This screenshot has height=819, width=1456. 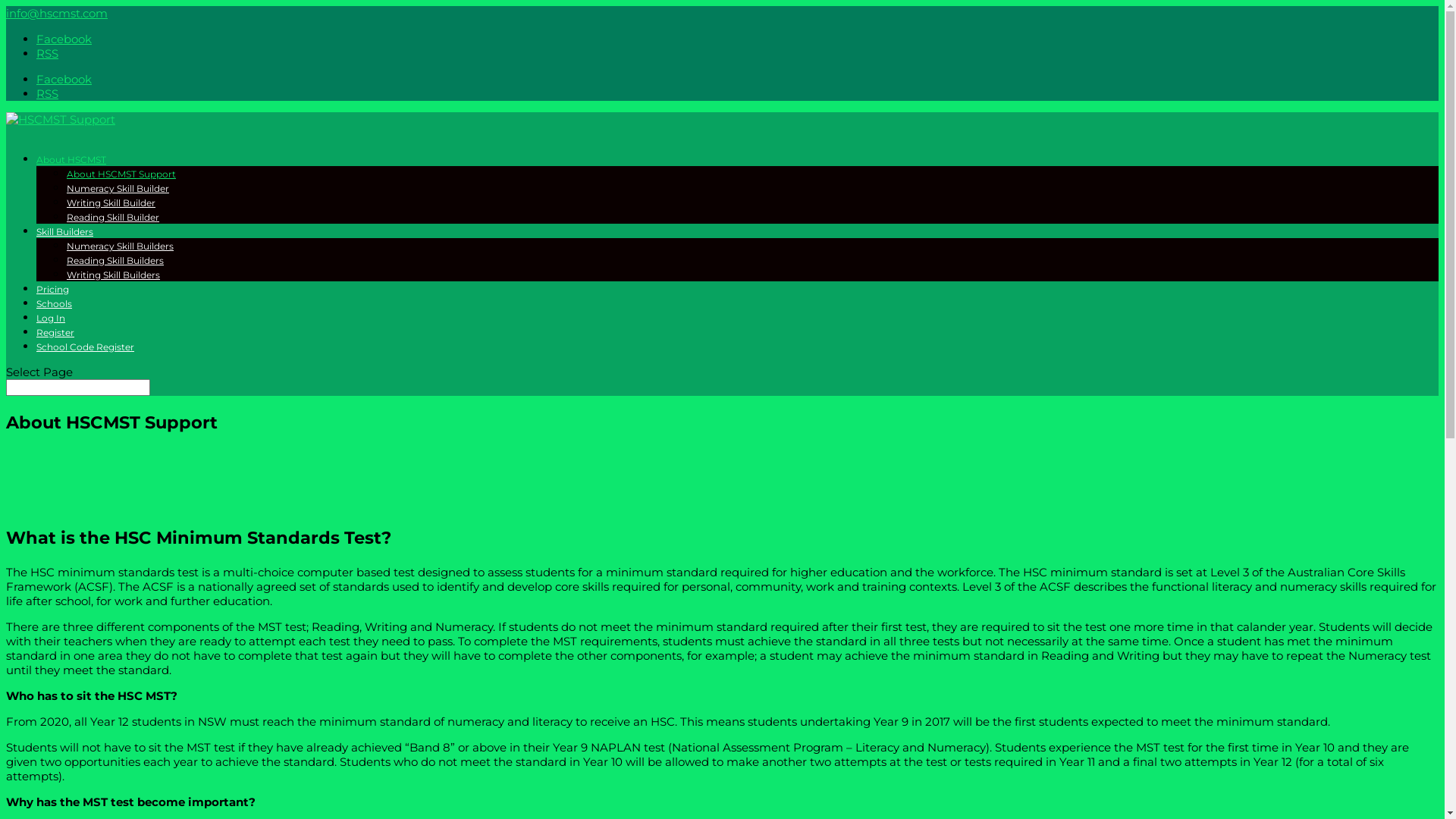 What do you see at coordinates (65, 217) in the screenshot?
I see `'Reading Skill Builder'` at bounding box center [65, 217].